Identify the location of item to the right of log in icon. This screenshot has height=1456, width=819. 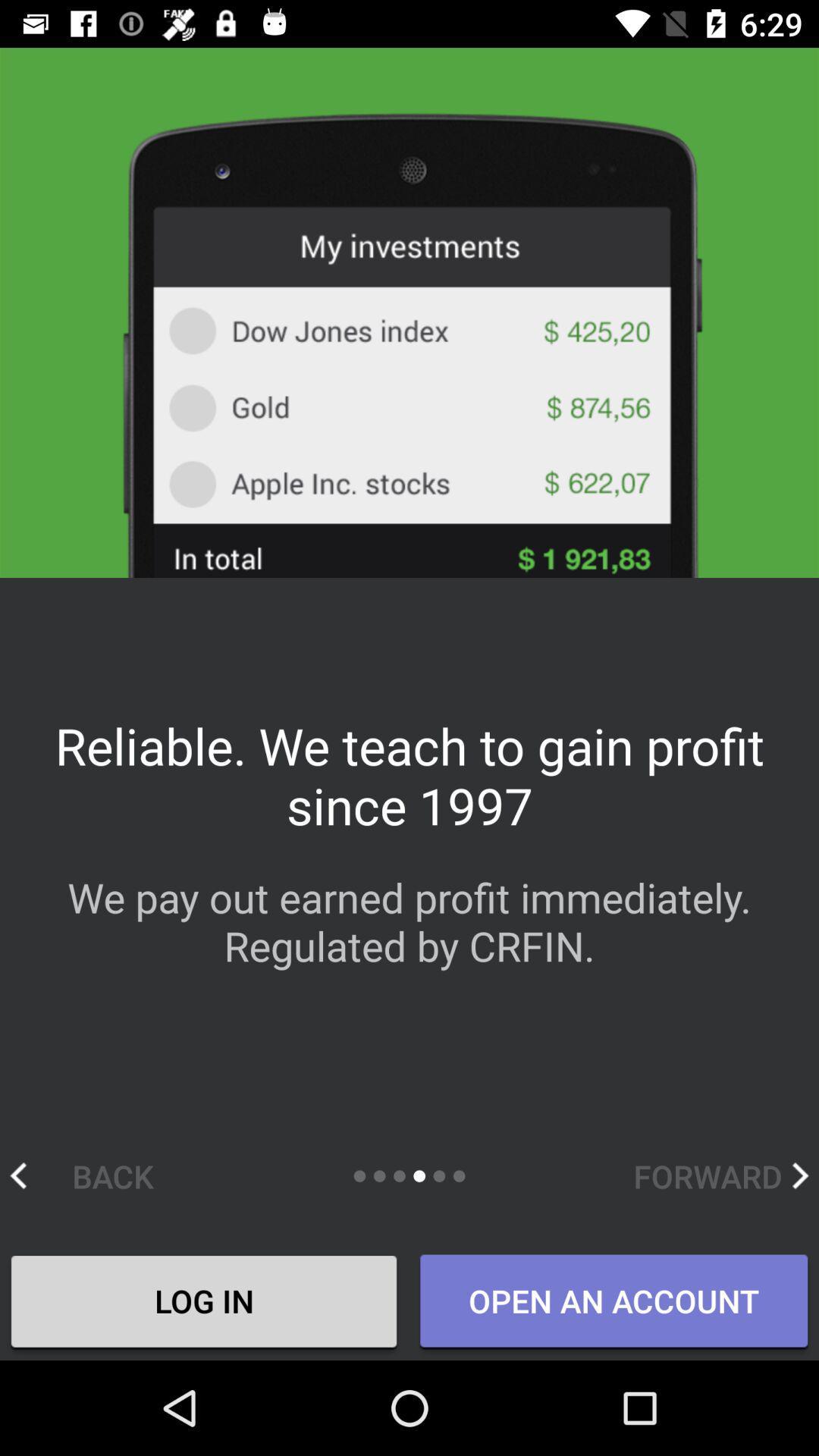
(613, 1301).